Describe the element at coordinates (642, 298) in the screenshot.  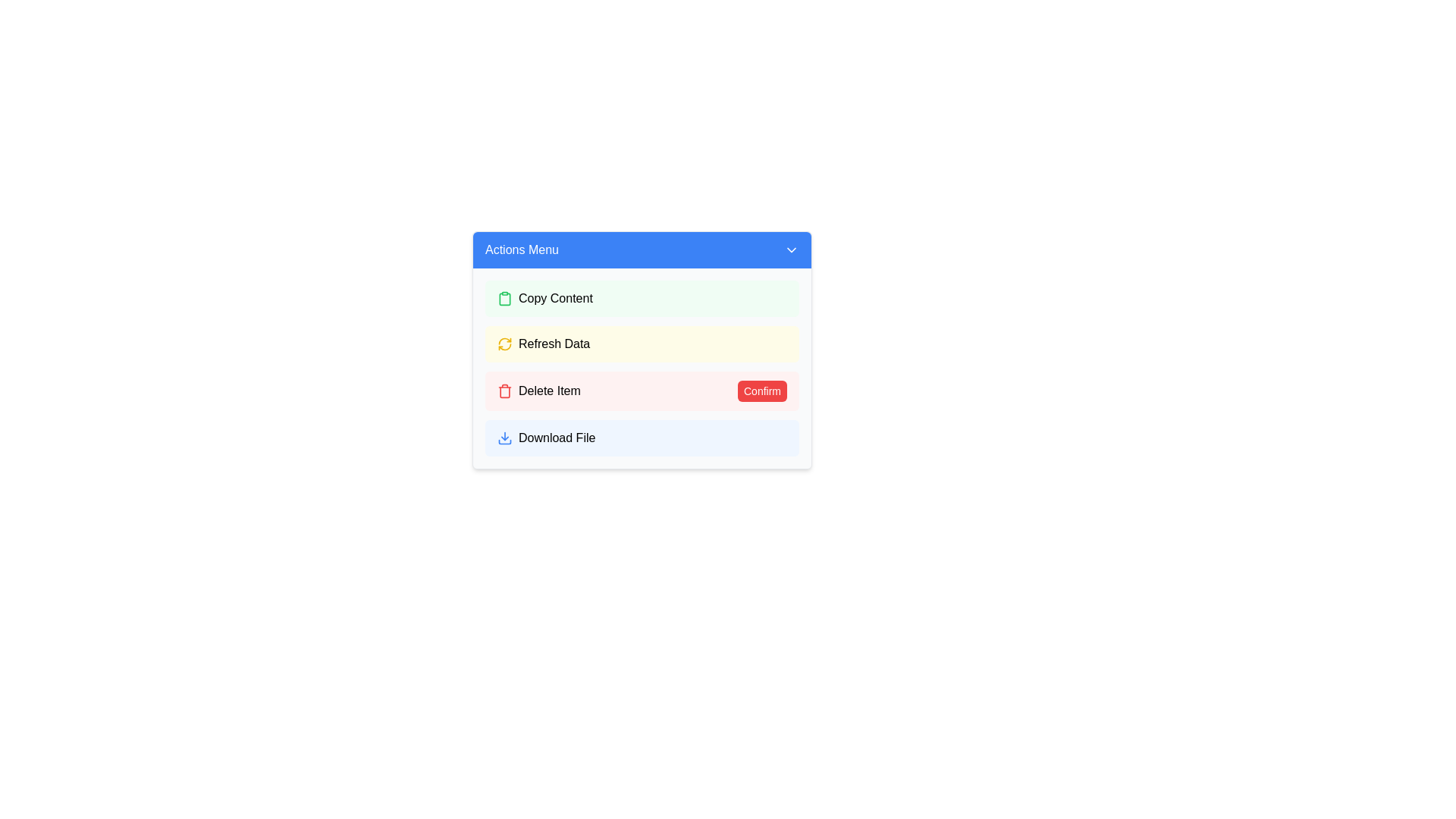
I see `the 'Copy' button located in the 'Actions Menu', which is the topmost item in a vertical stack of buttons` at that location.